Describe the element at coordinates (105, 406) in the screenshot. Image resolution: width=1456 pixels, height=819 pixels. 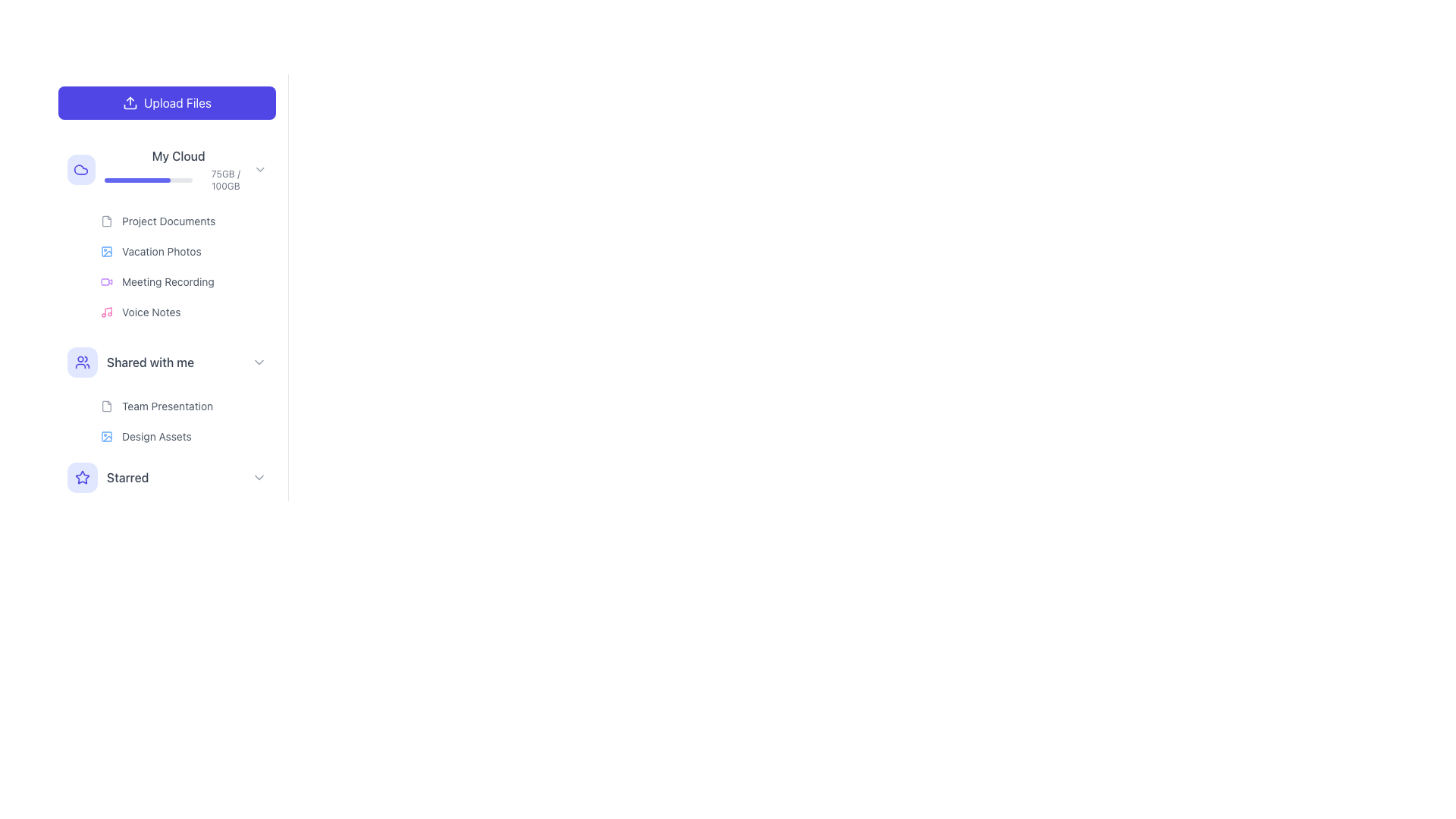
I see `the file-shaped icon in the 'Shared with me' section, next to the 'Team Presentation' label, which appears in muted colors suggesting a disabled state` at that location.